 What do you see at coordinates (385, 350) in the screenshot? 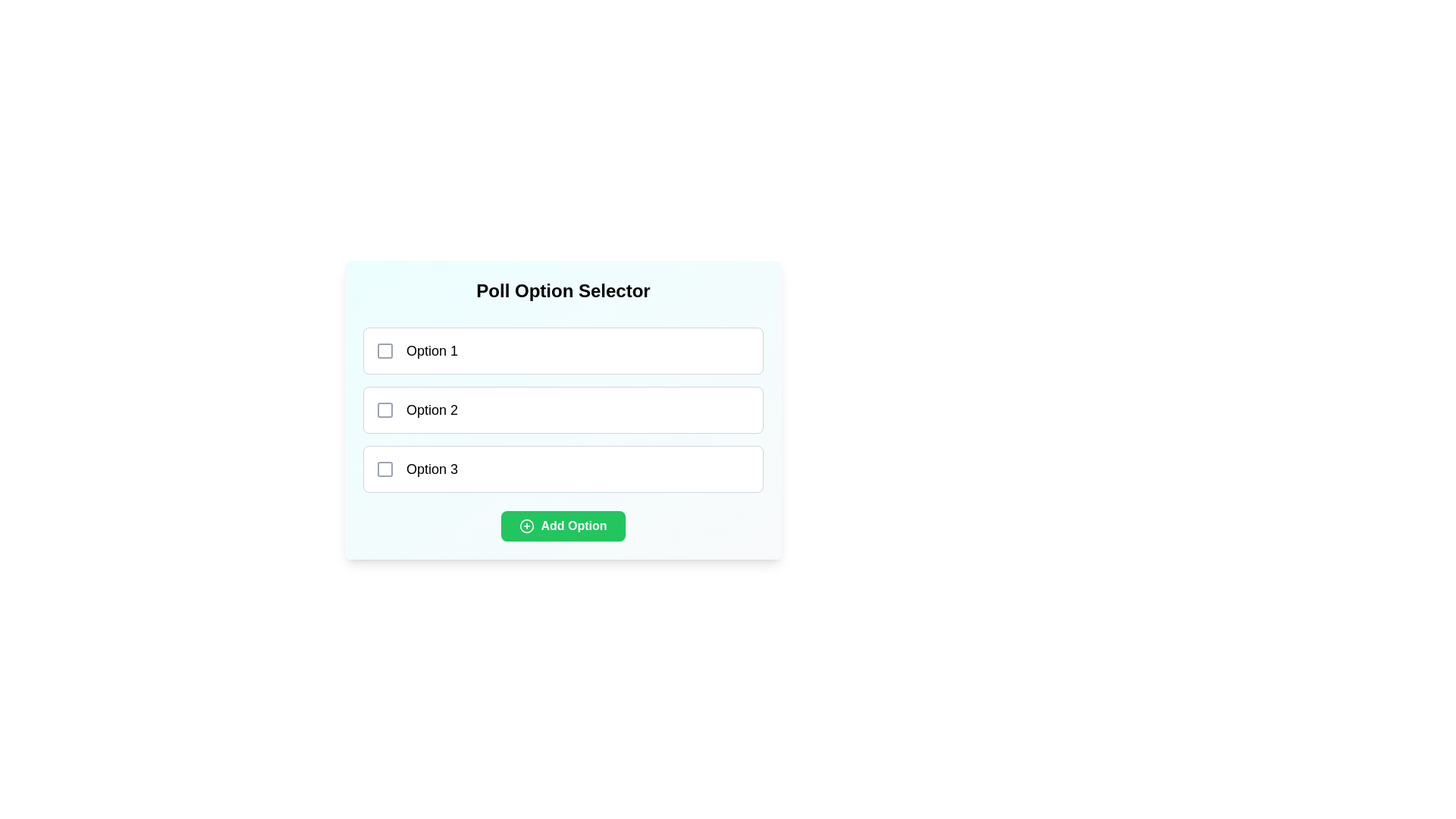
I see `the checkbox corresponding to Option 1 to select it` at bounding box center [385, 350].